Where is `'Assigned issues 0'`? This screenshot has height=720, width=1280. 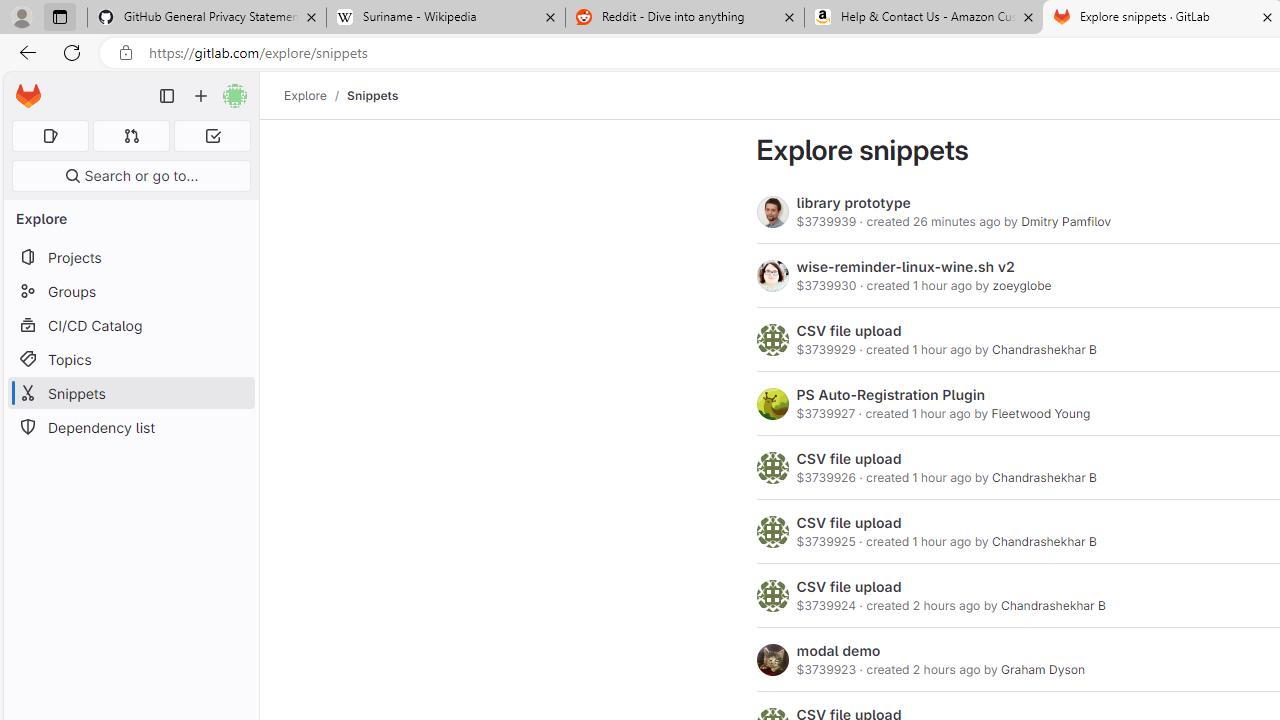
'Assigned issues 0' is located at coordinates (50, 135).